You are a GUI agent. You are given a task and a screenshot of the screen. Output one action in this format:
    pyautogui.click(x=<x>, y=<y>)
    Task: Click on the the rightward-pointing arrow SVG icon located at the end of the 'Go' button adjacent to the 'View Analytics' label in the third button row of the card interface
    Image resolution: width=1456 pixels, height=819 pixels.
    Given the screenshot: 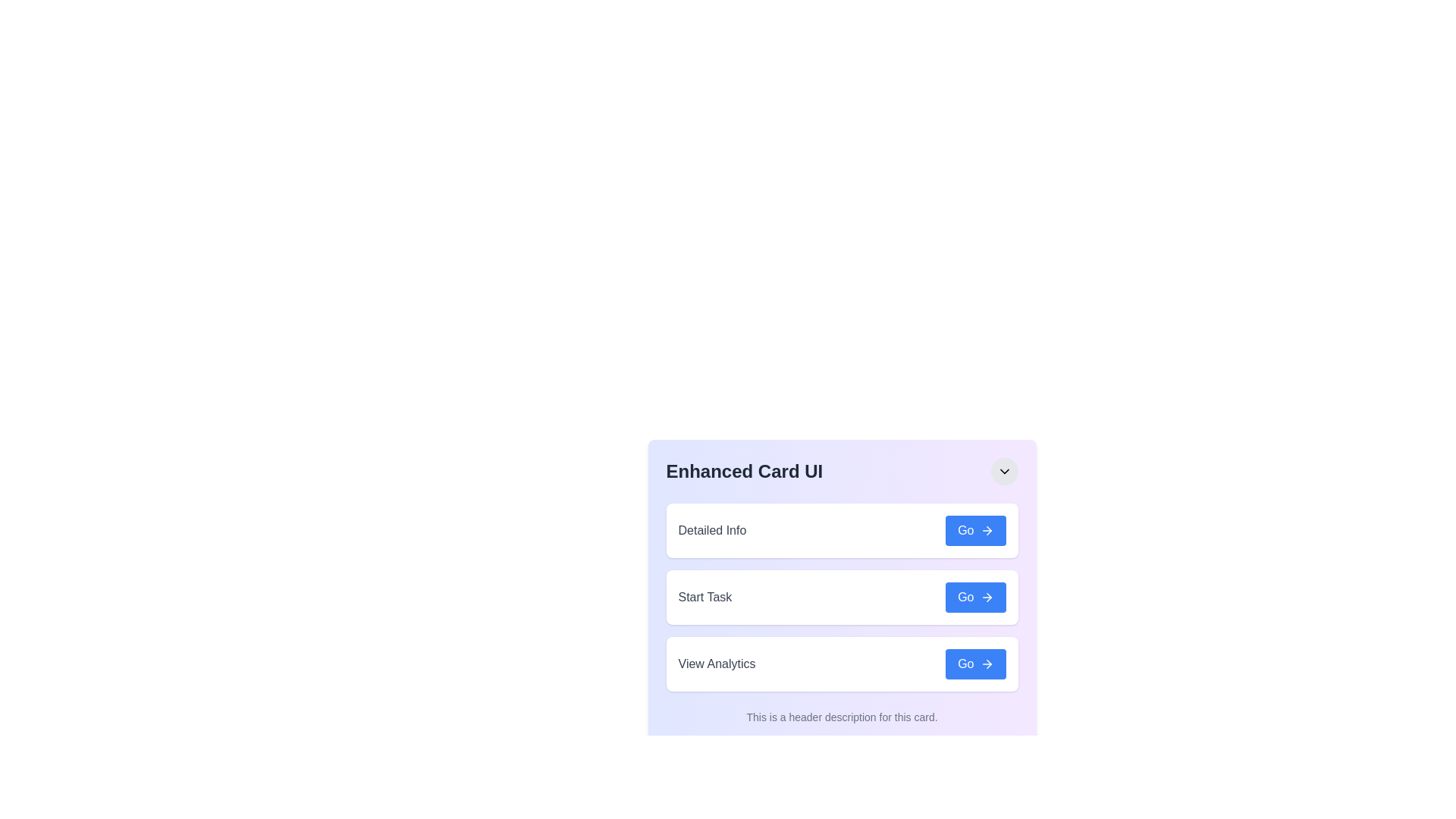 What is the action you would take?
    pyautogui.click(x=989, y=663)
    